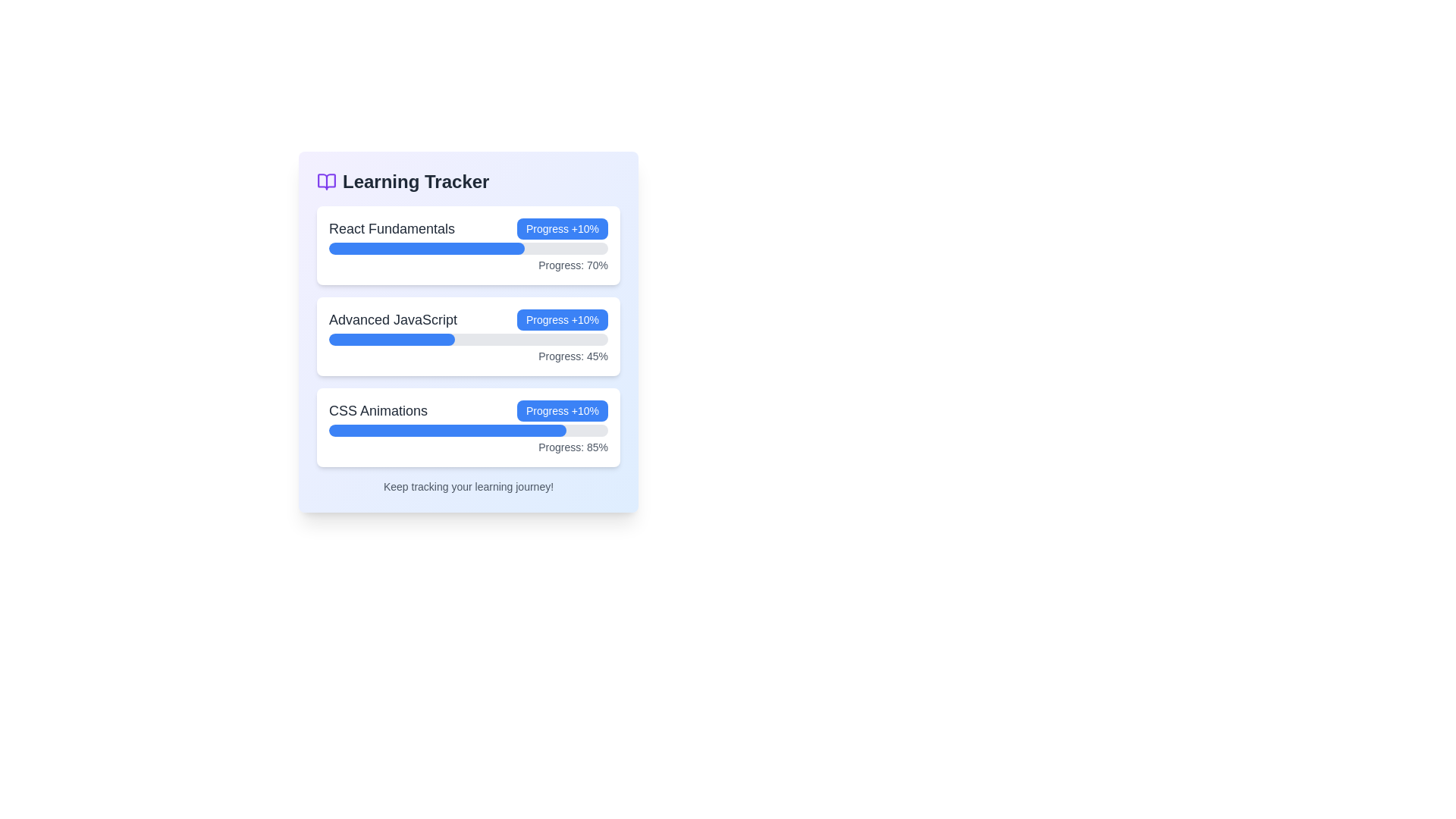 Image resolution: width=1456 pixels, height=819 pixels. What do you see at coordinates (425, 247) in the screenshot?
I see `the visual representation of the Progress bar segment indicating 70% completion for the 'React Fundamentals' module, located directly beneath its label` at bounding box center [425, 247].